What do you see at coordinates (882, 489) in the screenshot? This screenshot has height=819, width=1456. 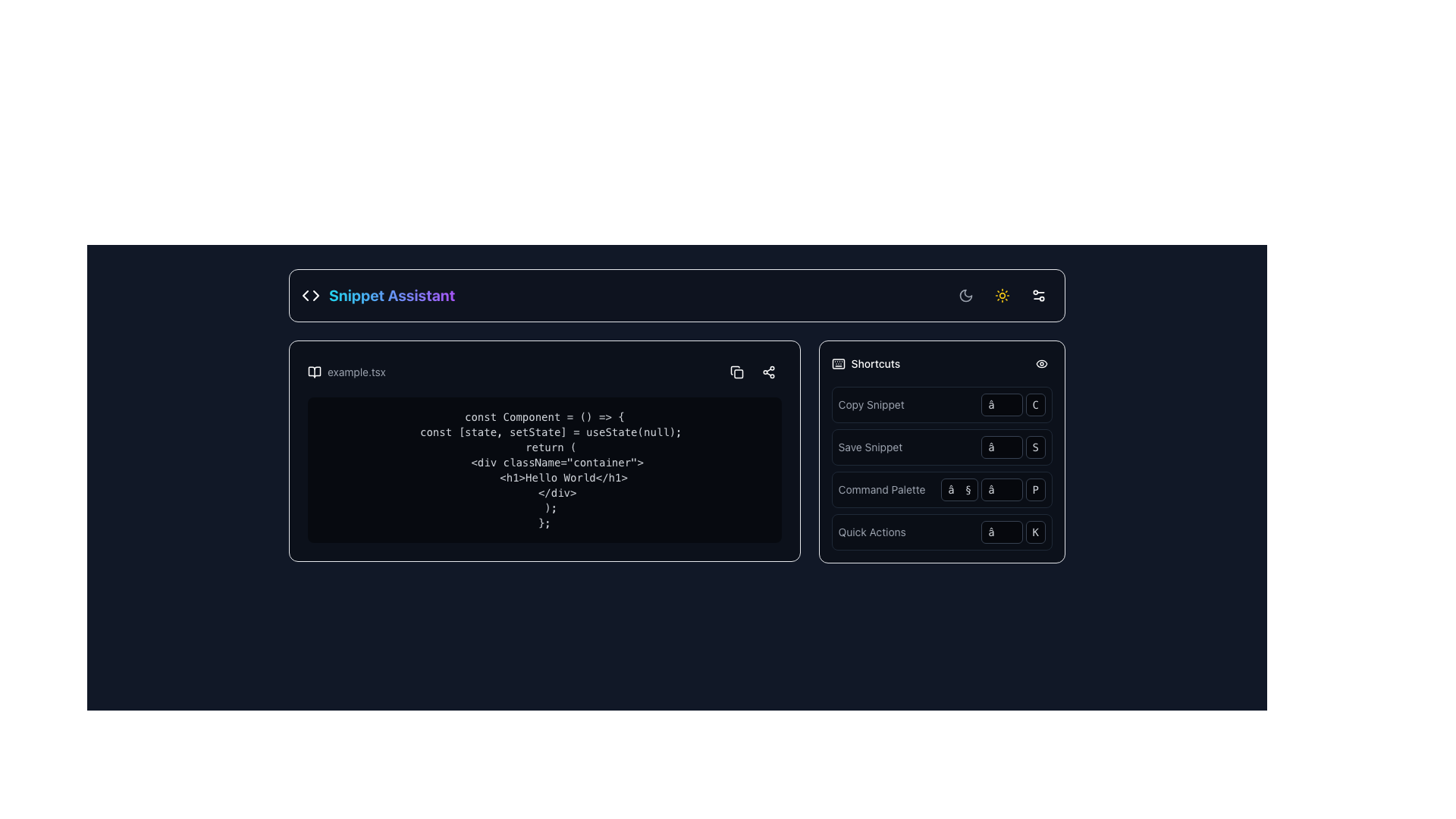 I see `the Textual Label that serves as a descriptor for the associated shortcut action, located in the upper-middle area of the shortcut section on the right side of the interface` at bounding box center [882, 489].